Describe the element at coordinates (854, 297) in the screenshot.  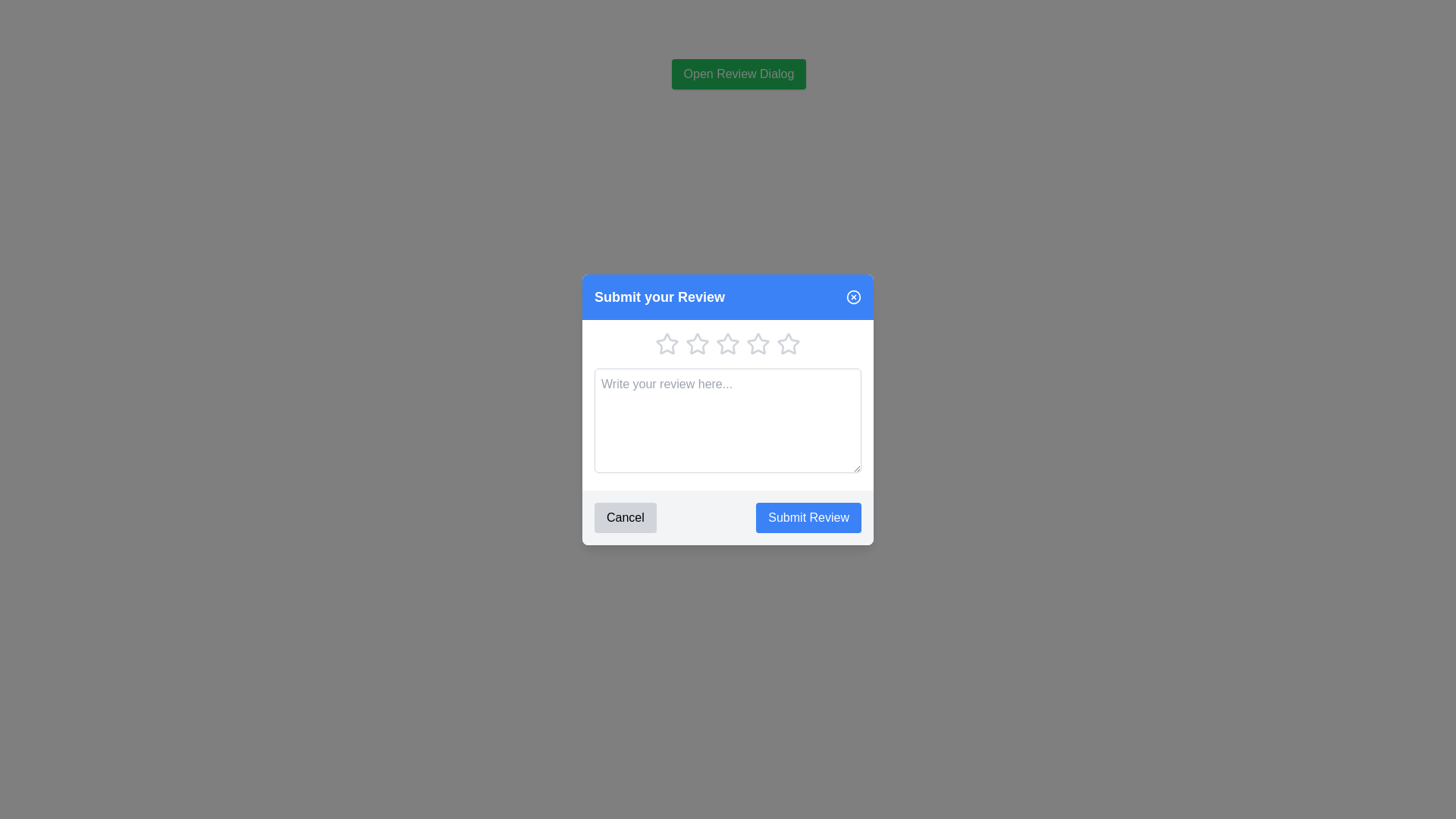
I see `the circular close button with a cross symbol, highlighted in red, located in the top-right corner of the 'Submit your Review' dialog` at that location.